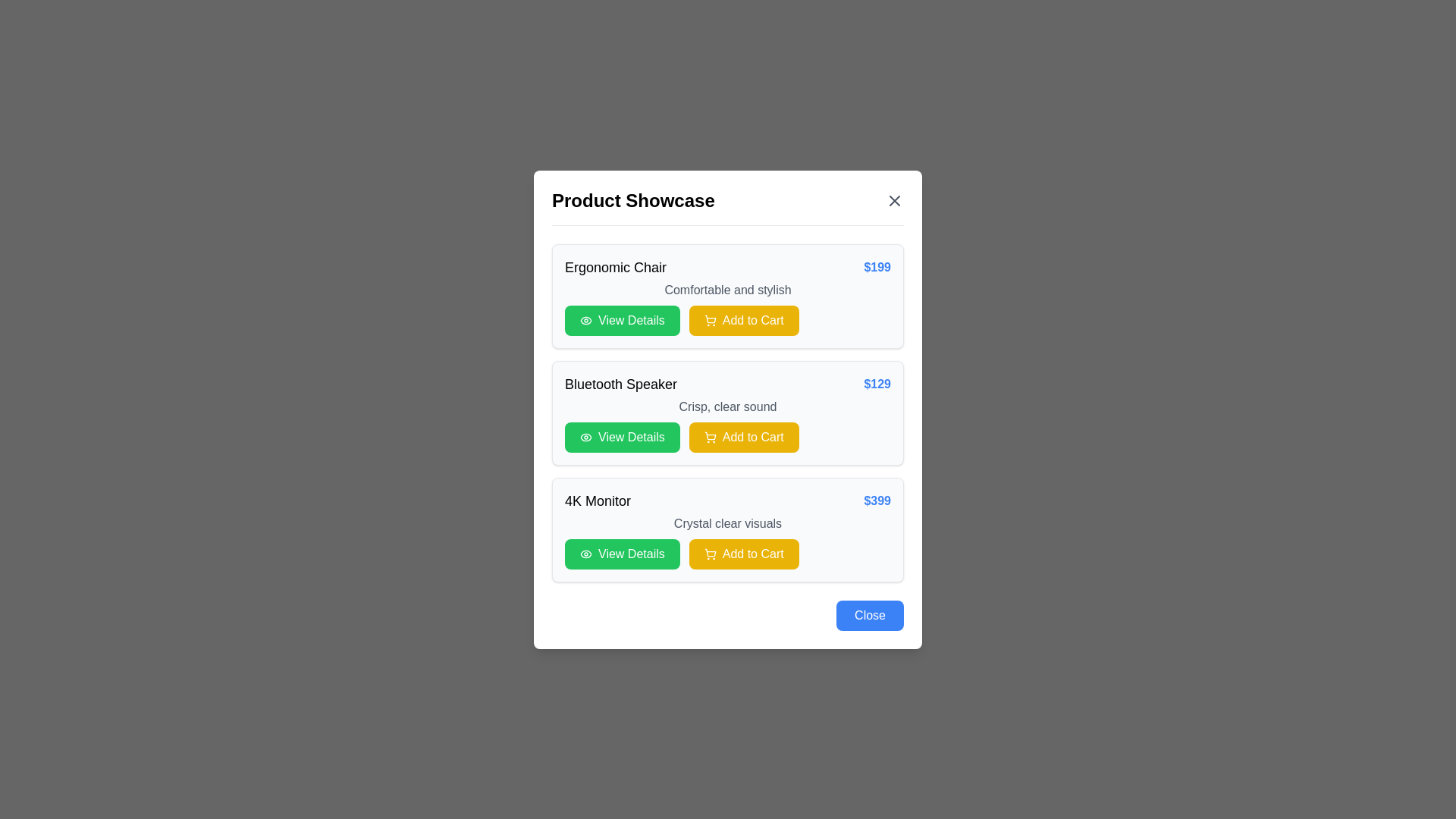 The width and height of the screenshot is (1456, 819). What do you see at coordinates (728, 522) in the screenshot?
I see `the text label that provides a descriptive tagline or feature summary for the '4K Monitor' product, located below the price and above the buttons 'View Details' and 'Add to Cart'` at bounding box center [728, 522].